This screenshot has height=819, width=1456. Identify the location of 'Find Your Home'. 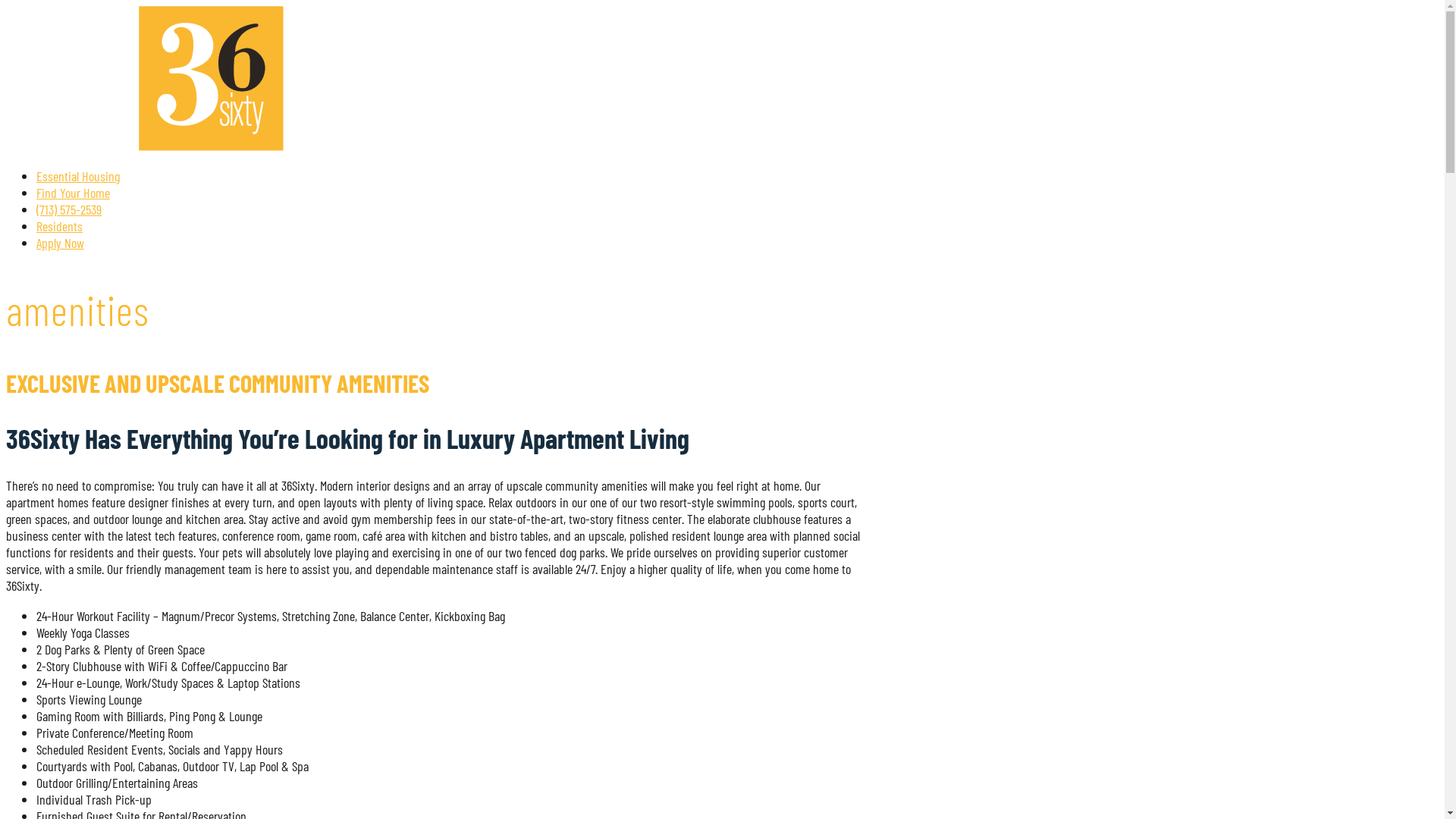
(72, 192).